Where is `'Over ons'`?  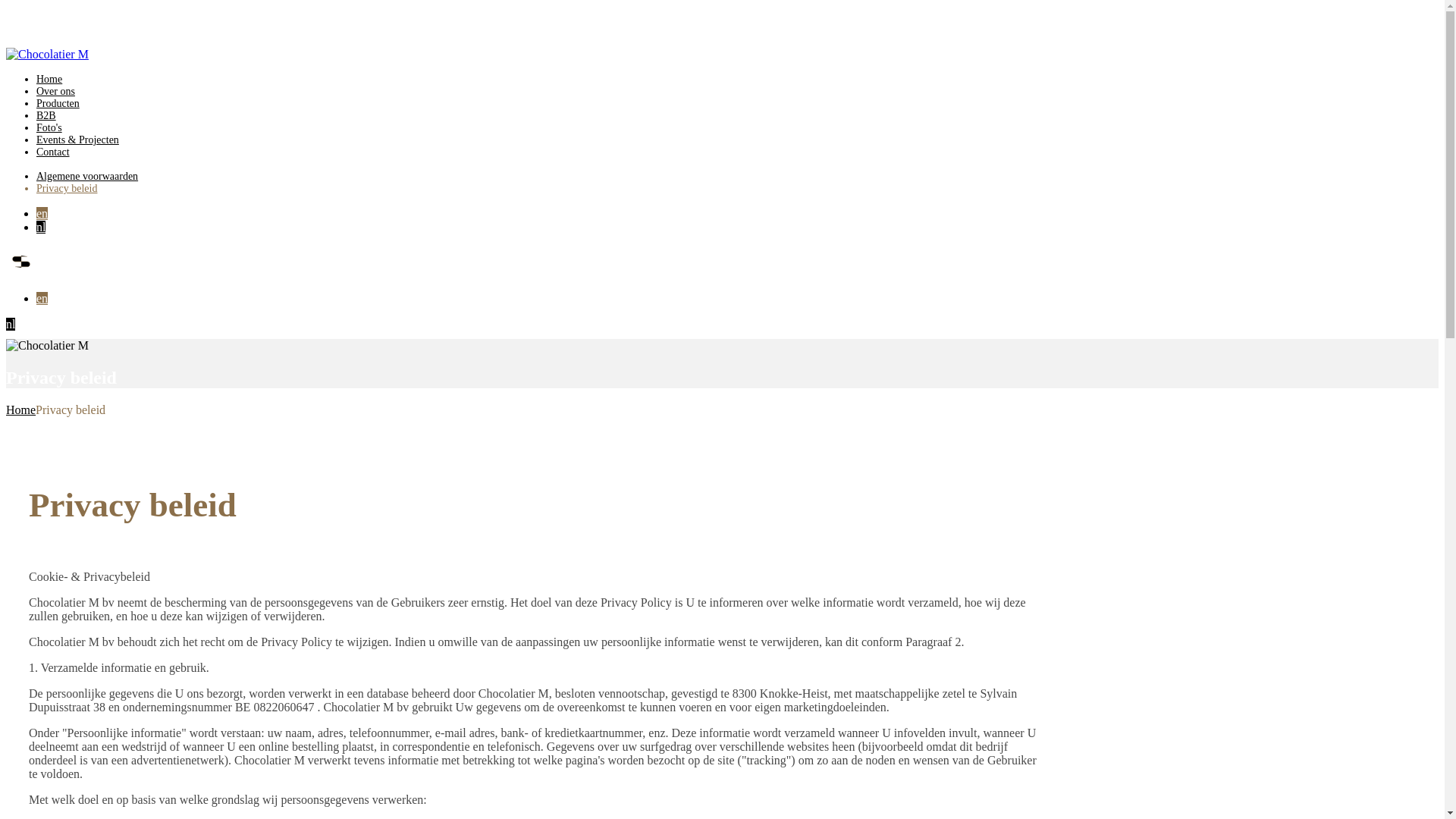
'Over ons' is located at coordinates (55, 91).